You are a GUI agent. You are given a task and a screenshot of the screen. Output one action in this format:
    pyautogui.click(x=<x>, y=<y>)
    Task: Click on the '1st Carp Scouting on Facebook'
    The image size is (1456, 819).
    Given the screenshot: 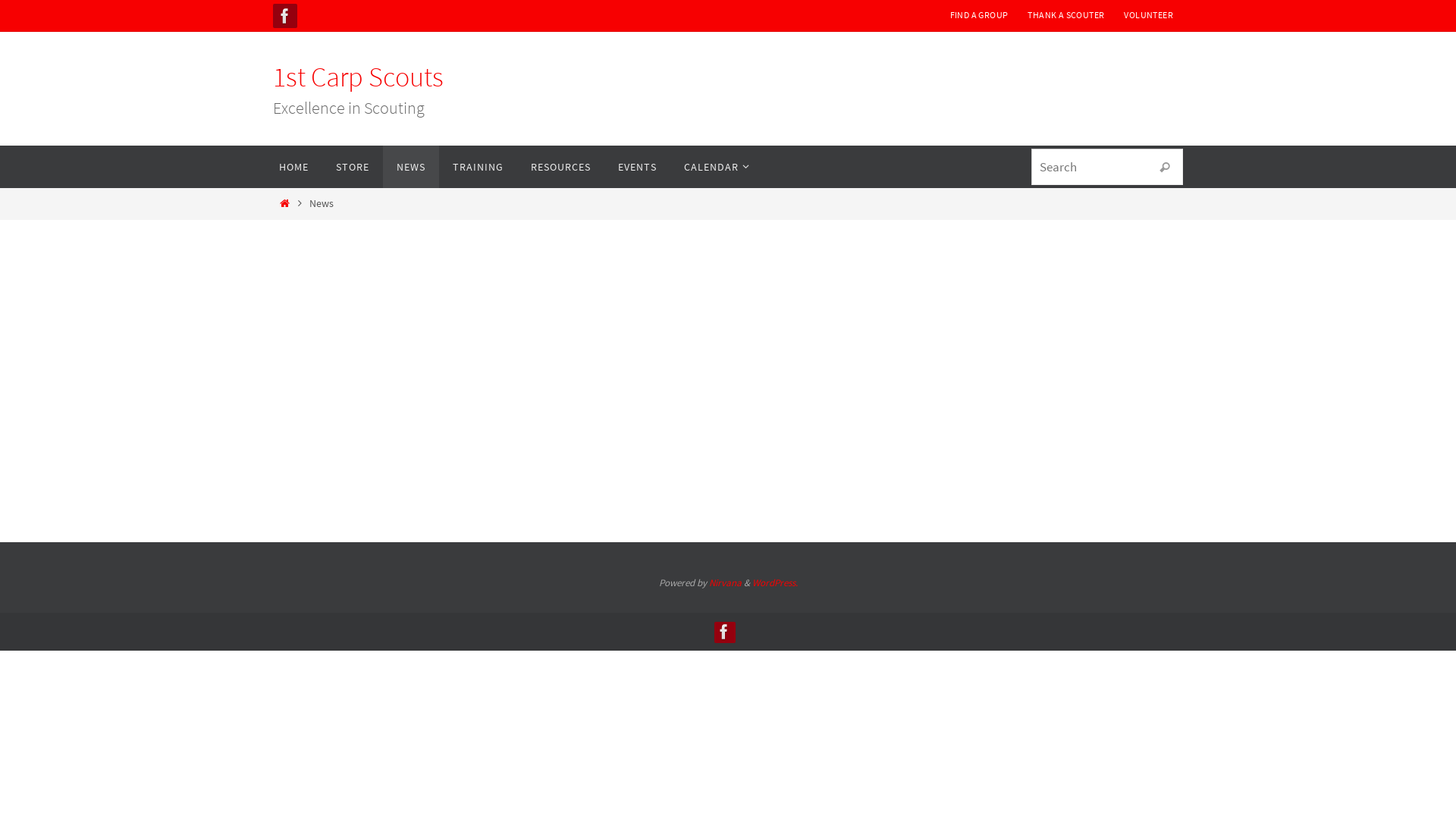 What is the action you would take?
    pyautogui.click(x=284, y=15)
    